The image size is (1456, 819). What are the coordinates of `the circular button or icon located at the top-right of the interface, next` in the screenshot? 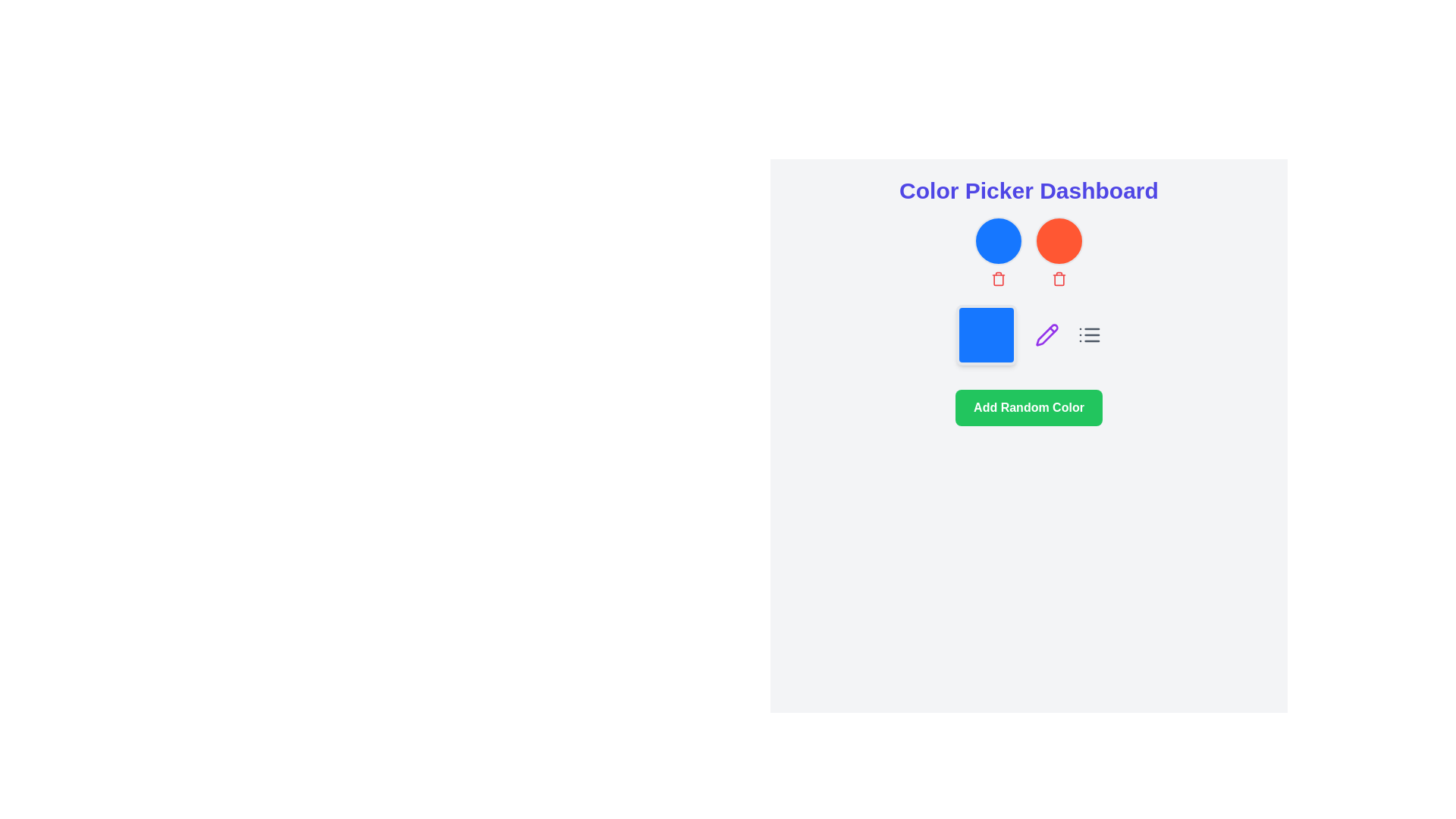 It's located at (1058, 240).